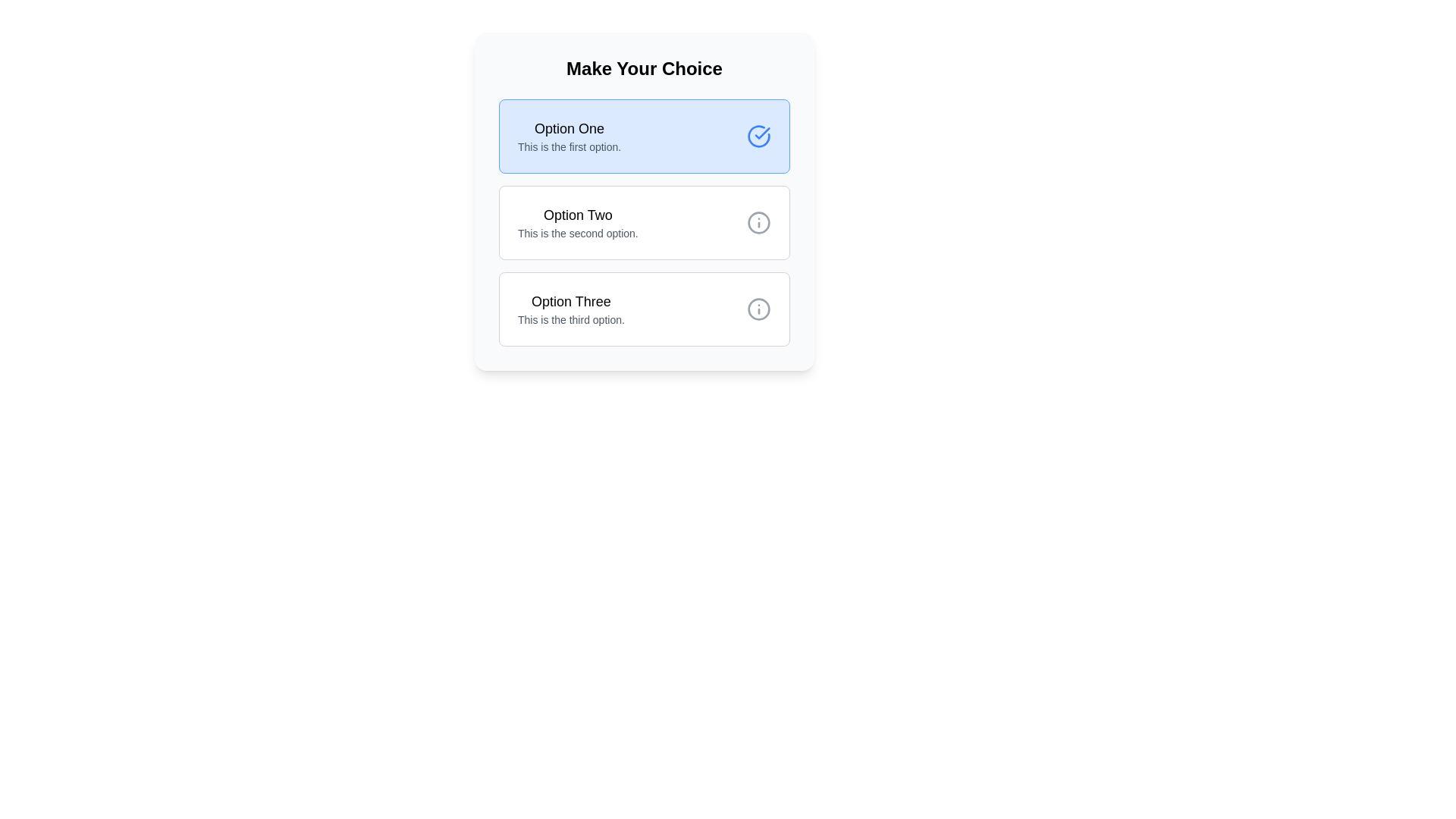 The height and width of the screenshot is (819, 1456). Describe the element at coordinates (759, 136) in the screenshot. I see `the icon indicating that 'Option One' is currently selected, which is located at the right side of the first option in the list` at that location.